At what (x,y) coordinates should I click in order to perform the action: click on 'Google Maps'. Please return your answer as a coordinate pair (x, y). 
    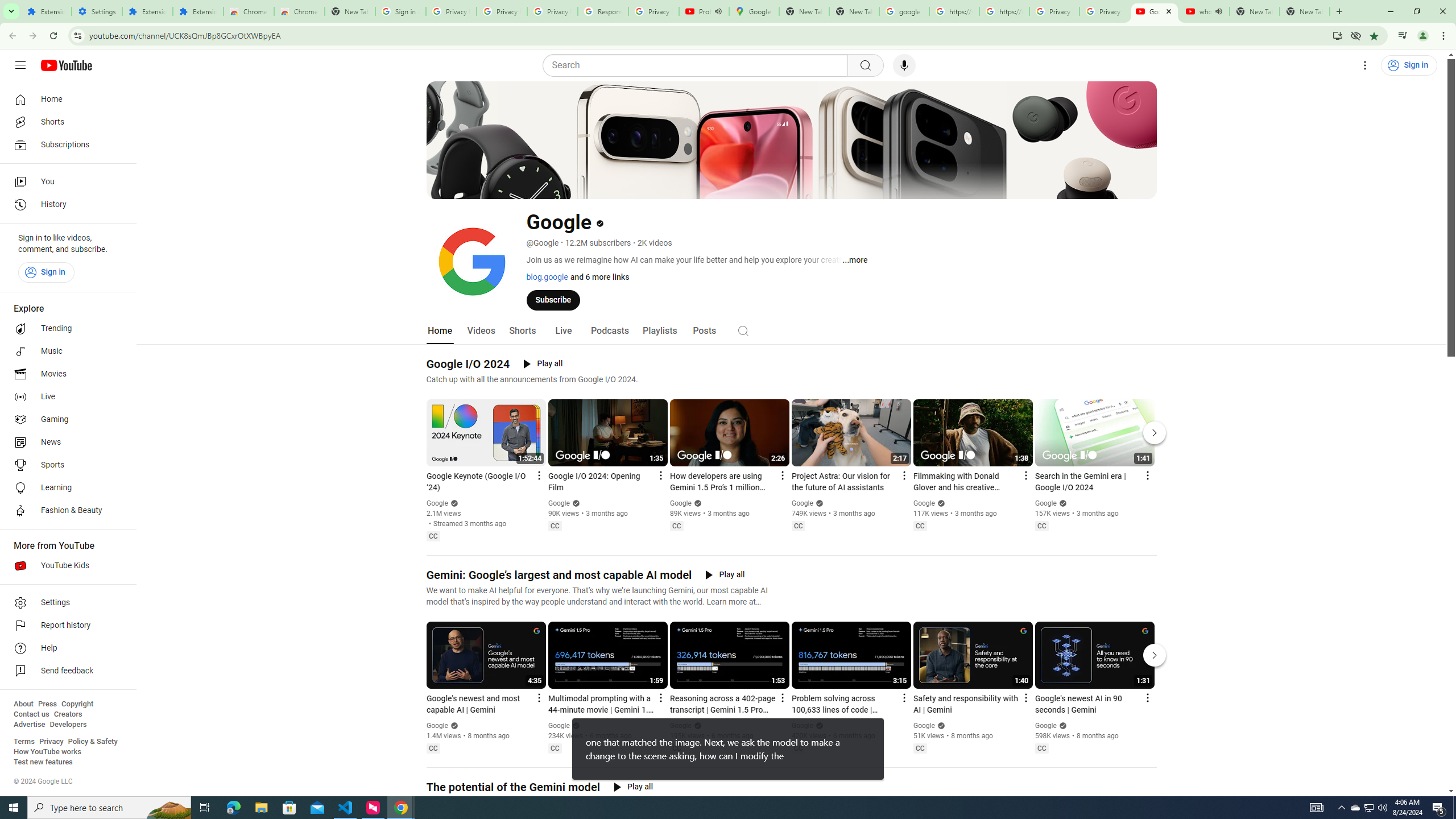
    Looking at the image, I should click on (754, 11).